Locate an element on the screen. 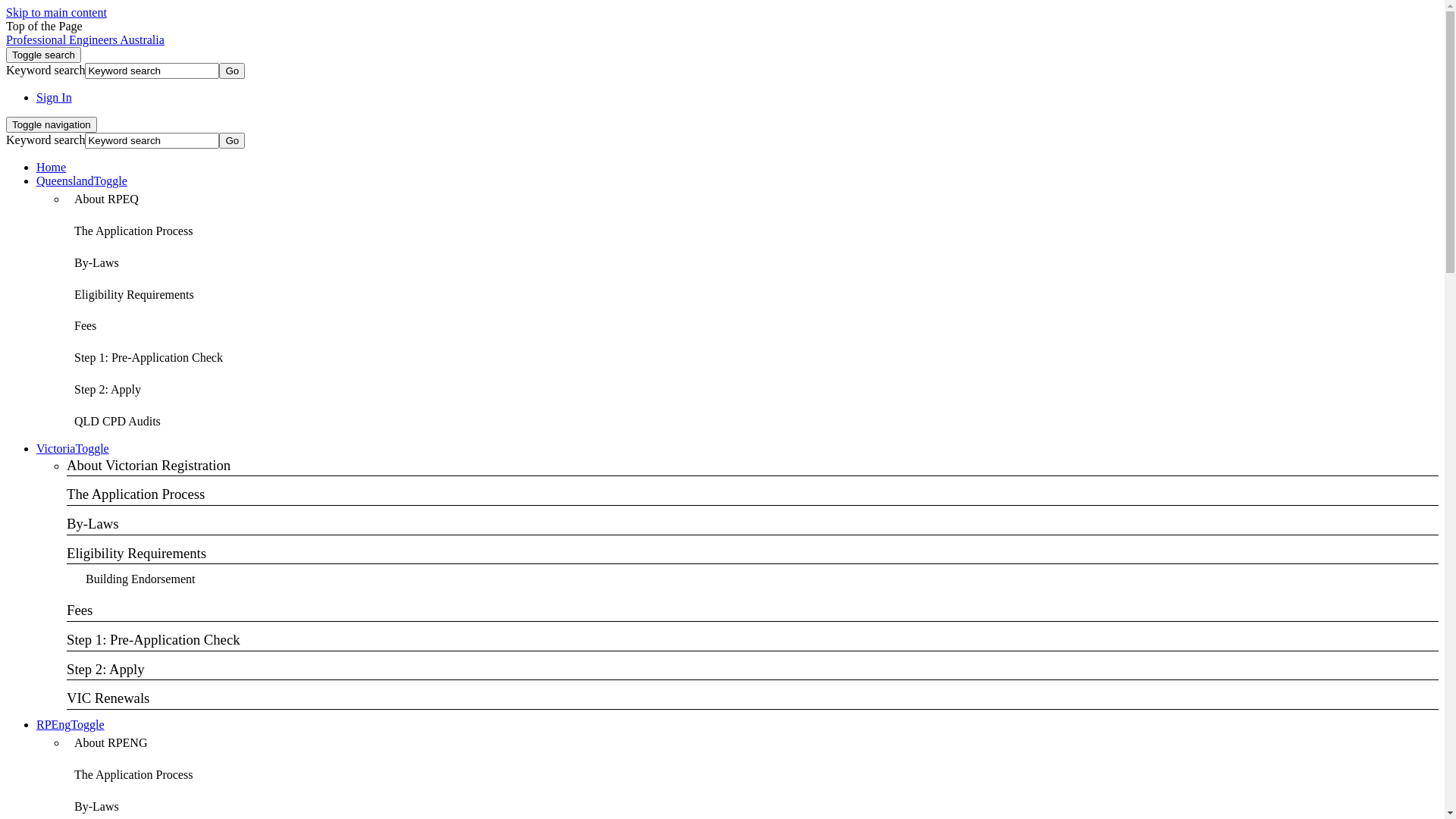 This screenshot has width=1456, height=819. 'VictoriaToggle' is located at coordinates (72, 447).